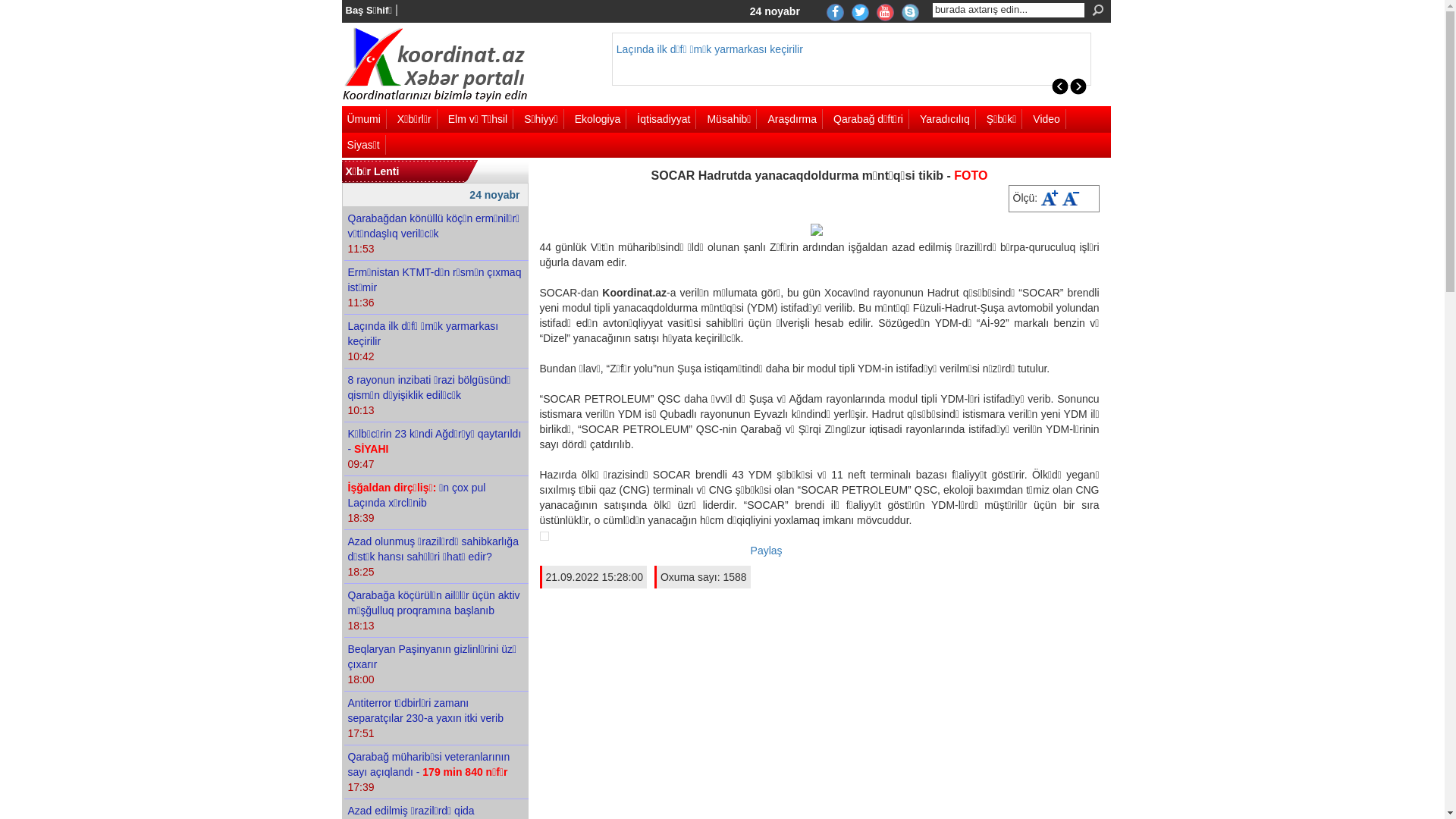  What do you see at coordinates (600, 118) in the screenshot?
I see `'Ekologiya'` at bounding box center [600, 118].